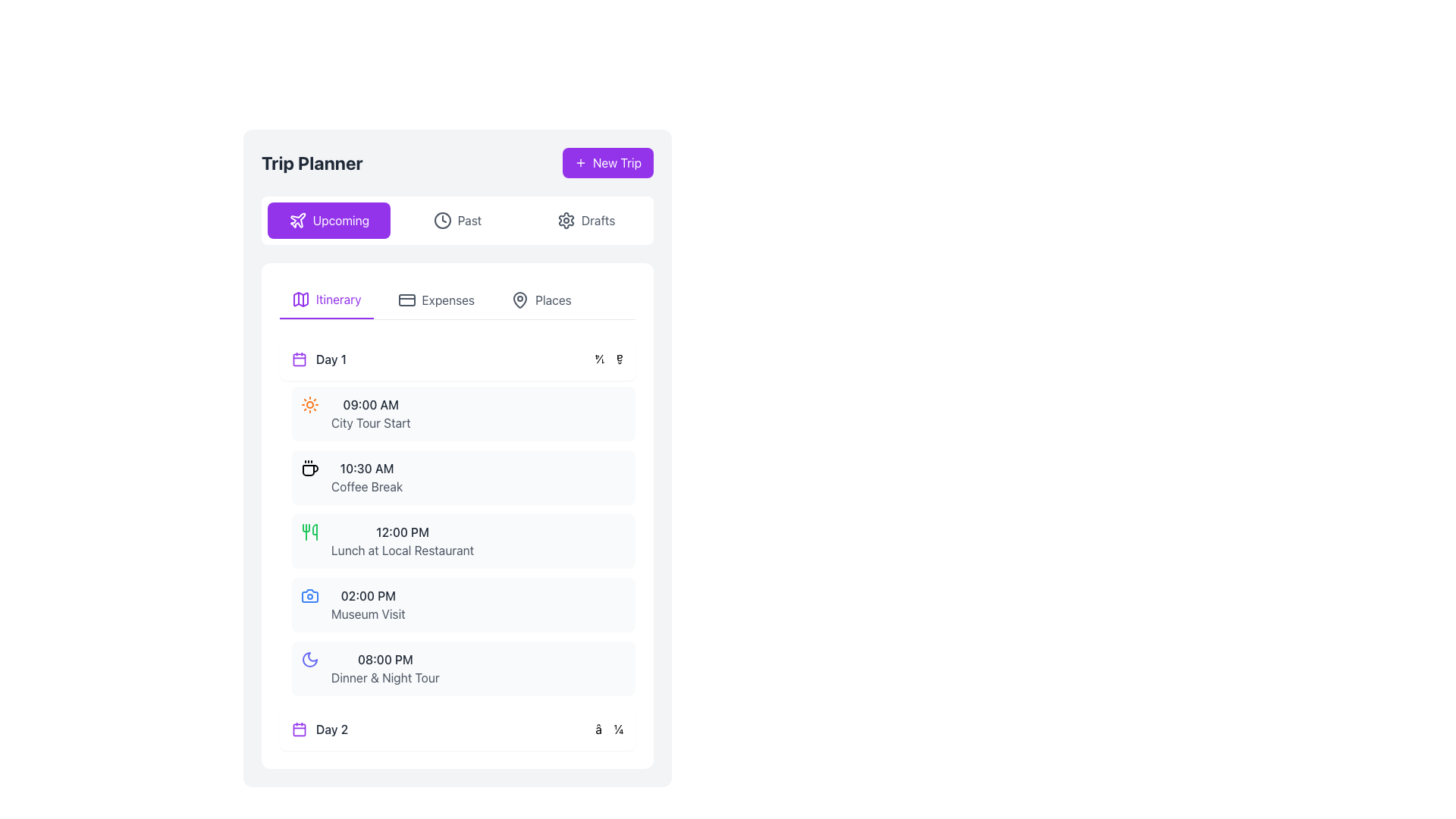  Describe the element at coordinates (541, 300) in the screenshot. I see `the 'Places' button, which is the third clickable tab under 'Trip Planner'` at that location.